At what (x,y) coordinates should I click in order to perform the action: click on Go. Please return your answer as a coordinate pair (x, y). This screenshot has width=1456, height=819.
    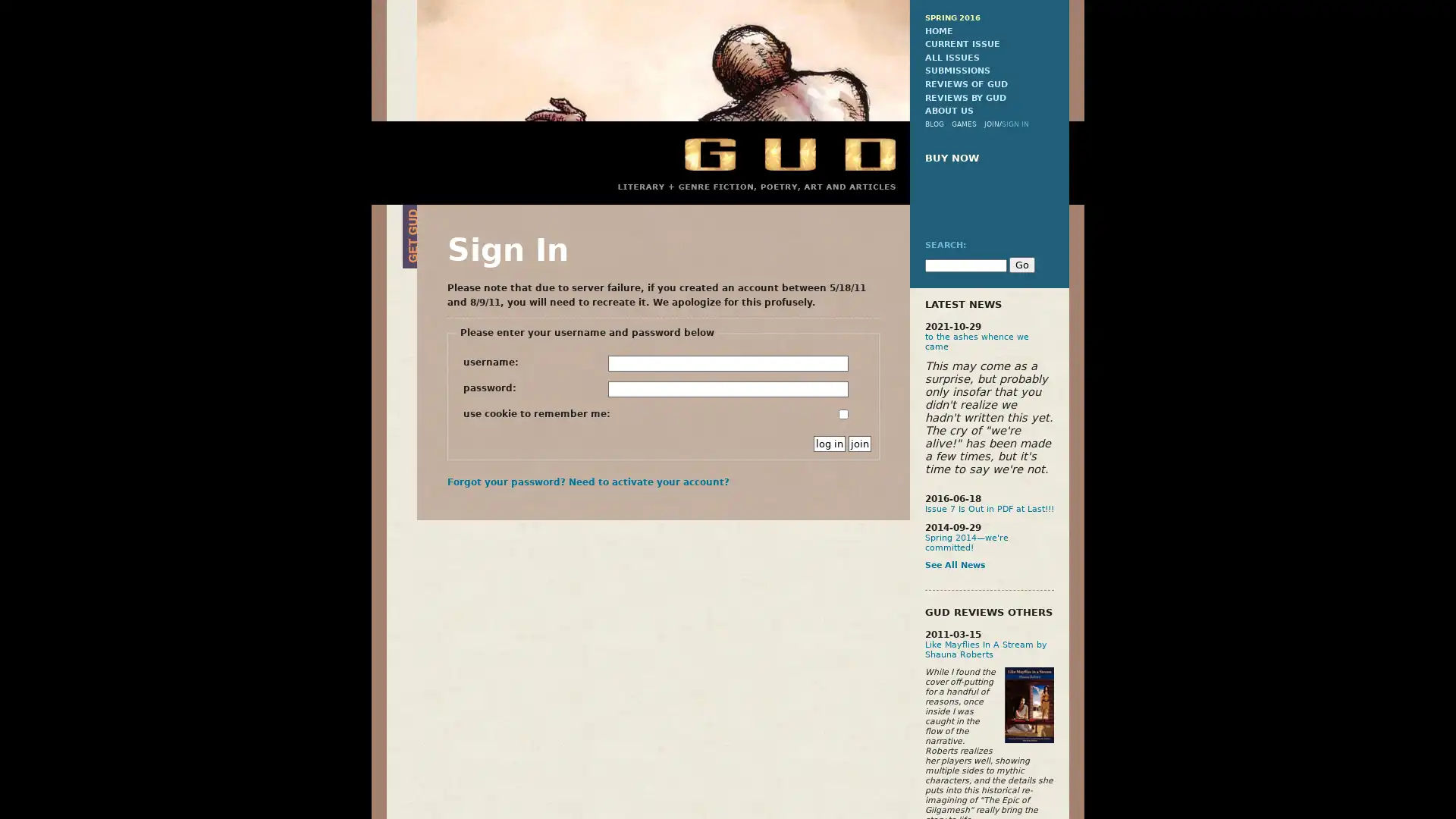
    Looking at the image, I should click on (1022, 264).